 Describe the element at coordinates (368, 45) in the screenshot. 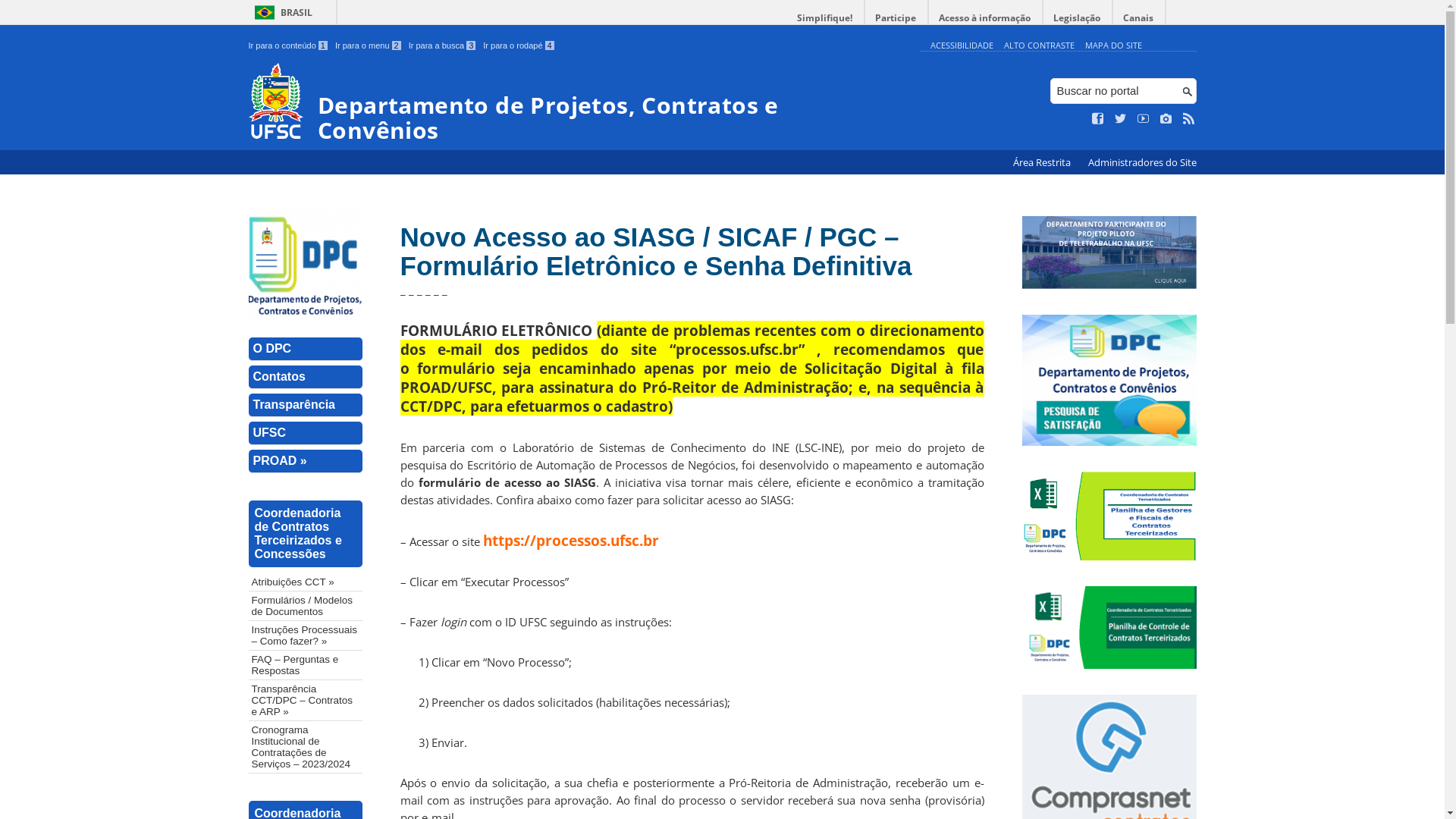

I see `'Ir para o menu 2'` at that location.